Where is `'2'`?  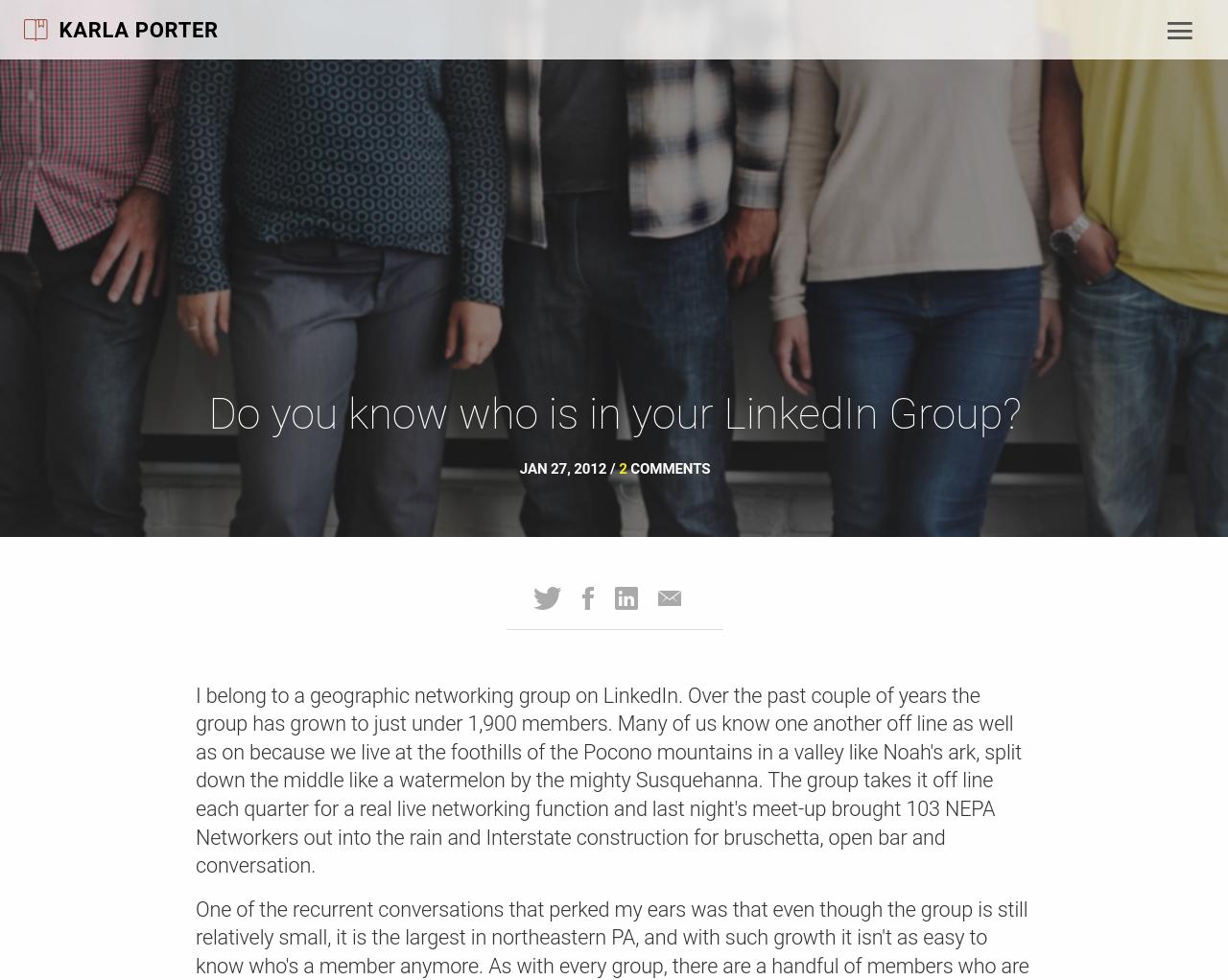 '2' is located at coordinates (622, 469).